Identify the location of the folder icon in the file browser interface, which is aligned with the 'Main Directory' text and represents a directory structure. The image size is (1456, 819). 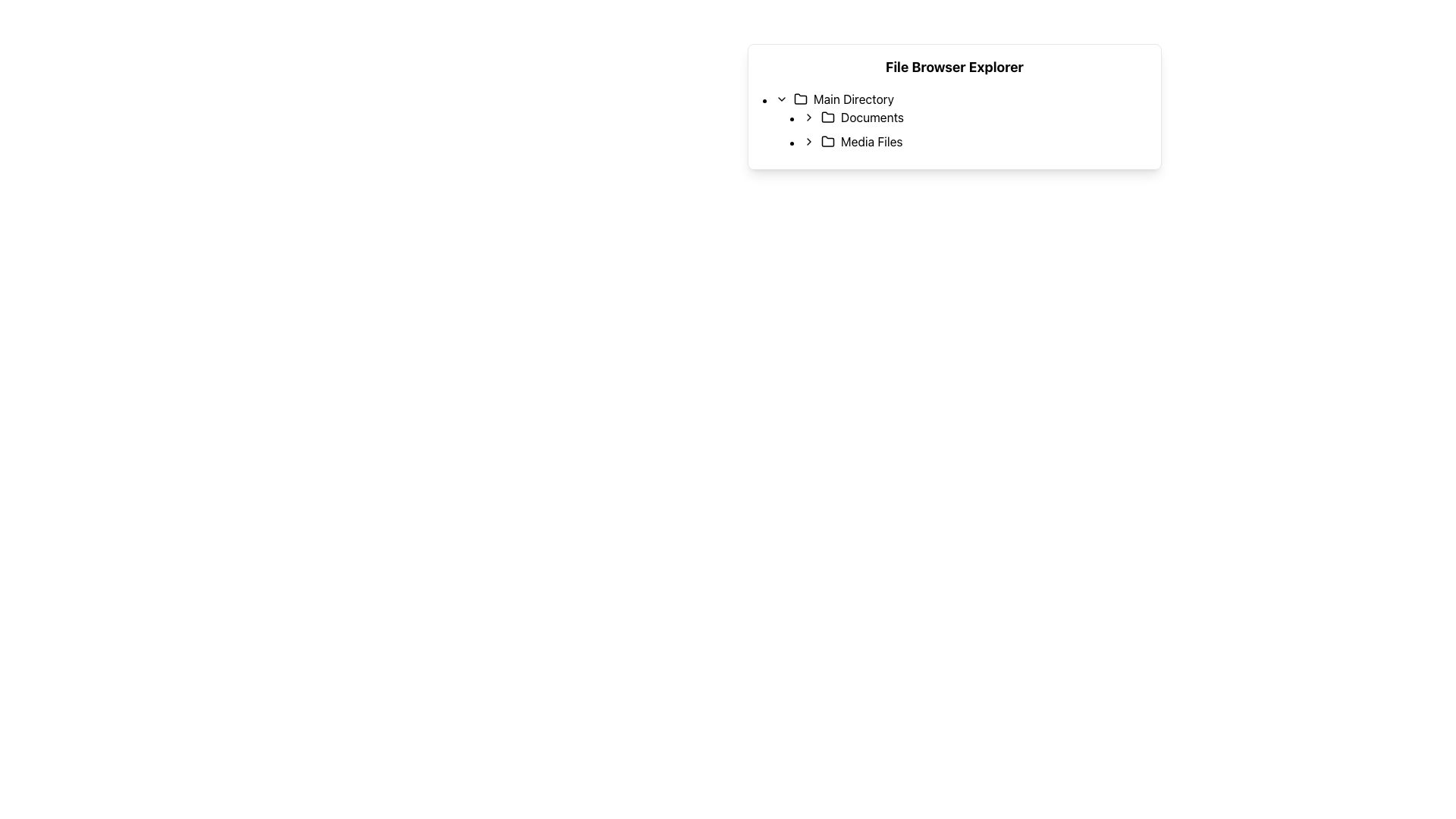
(800, 99).